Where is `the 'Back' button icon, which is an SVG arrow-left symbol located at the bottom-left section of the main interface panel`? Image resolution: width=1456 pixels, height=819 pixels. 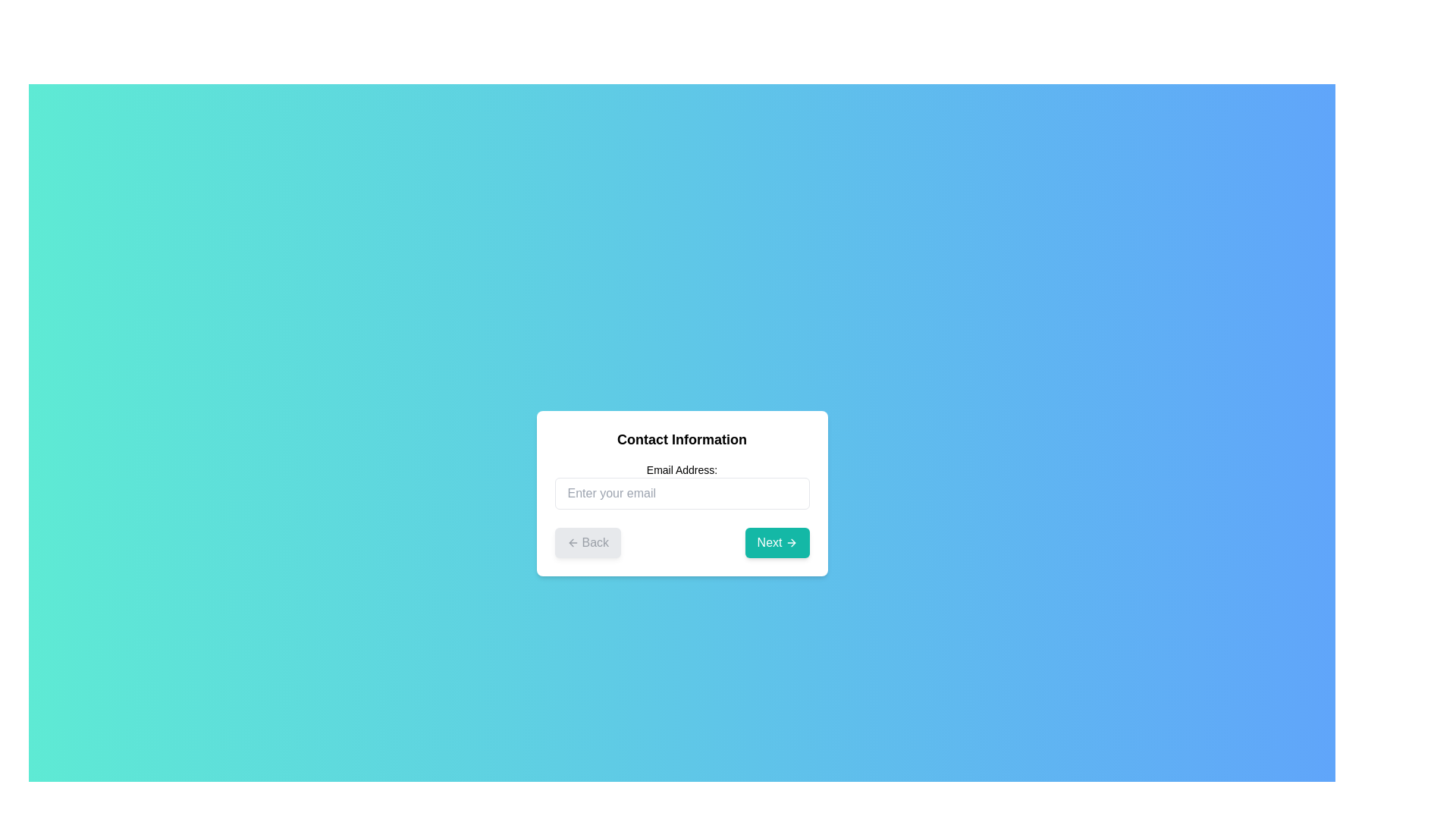 the 'Back' button icon, which is an SVG arrow-left symbol located at the bottom-left section of the main interface panel is located at coordinates (570, 542).